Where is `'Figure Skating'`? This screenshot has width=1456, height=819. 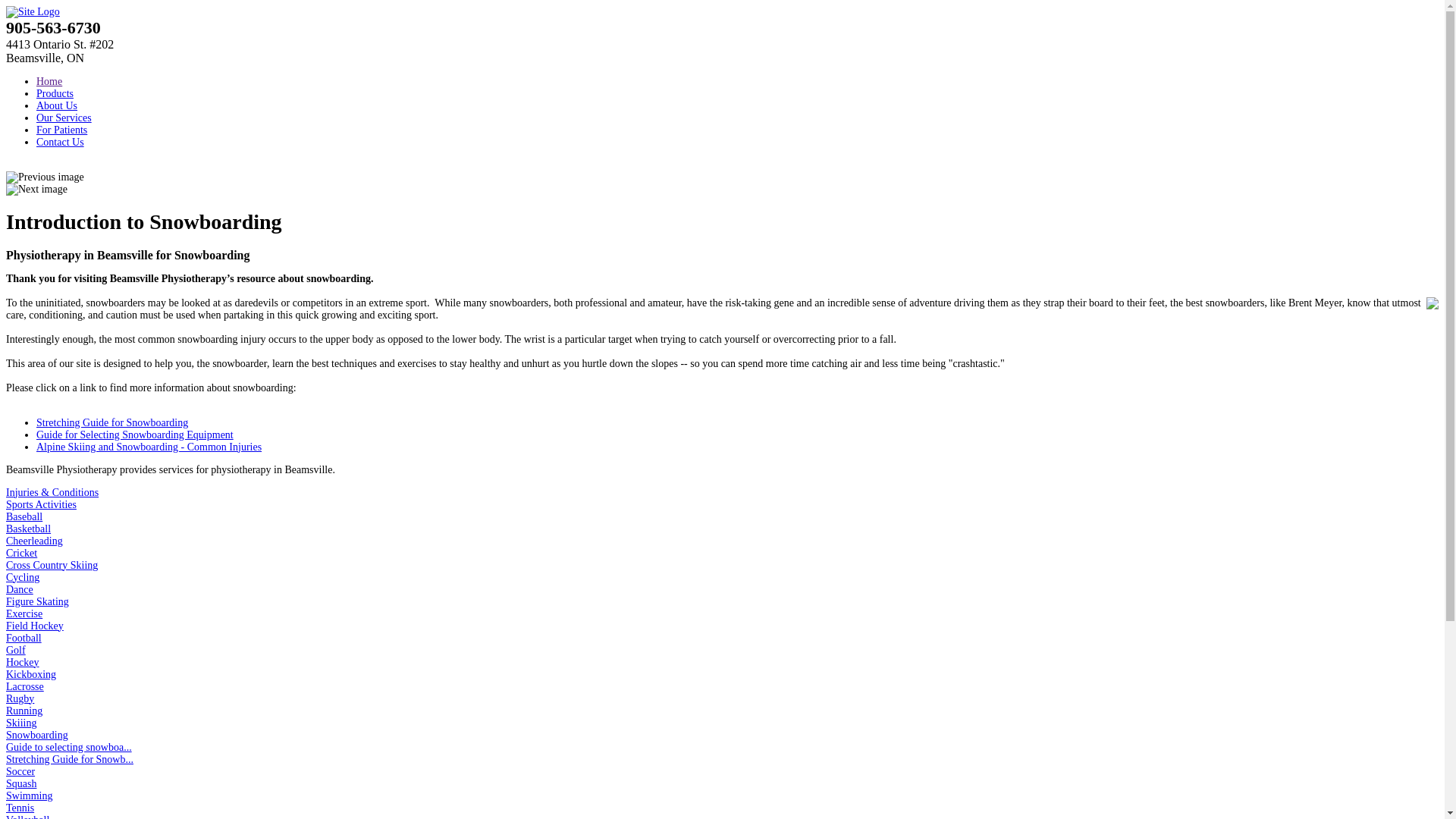 'Figure Skating' is located at coordinates (6, 601).